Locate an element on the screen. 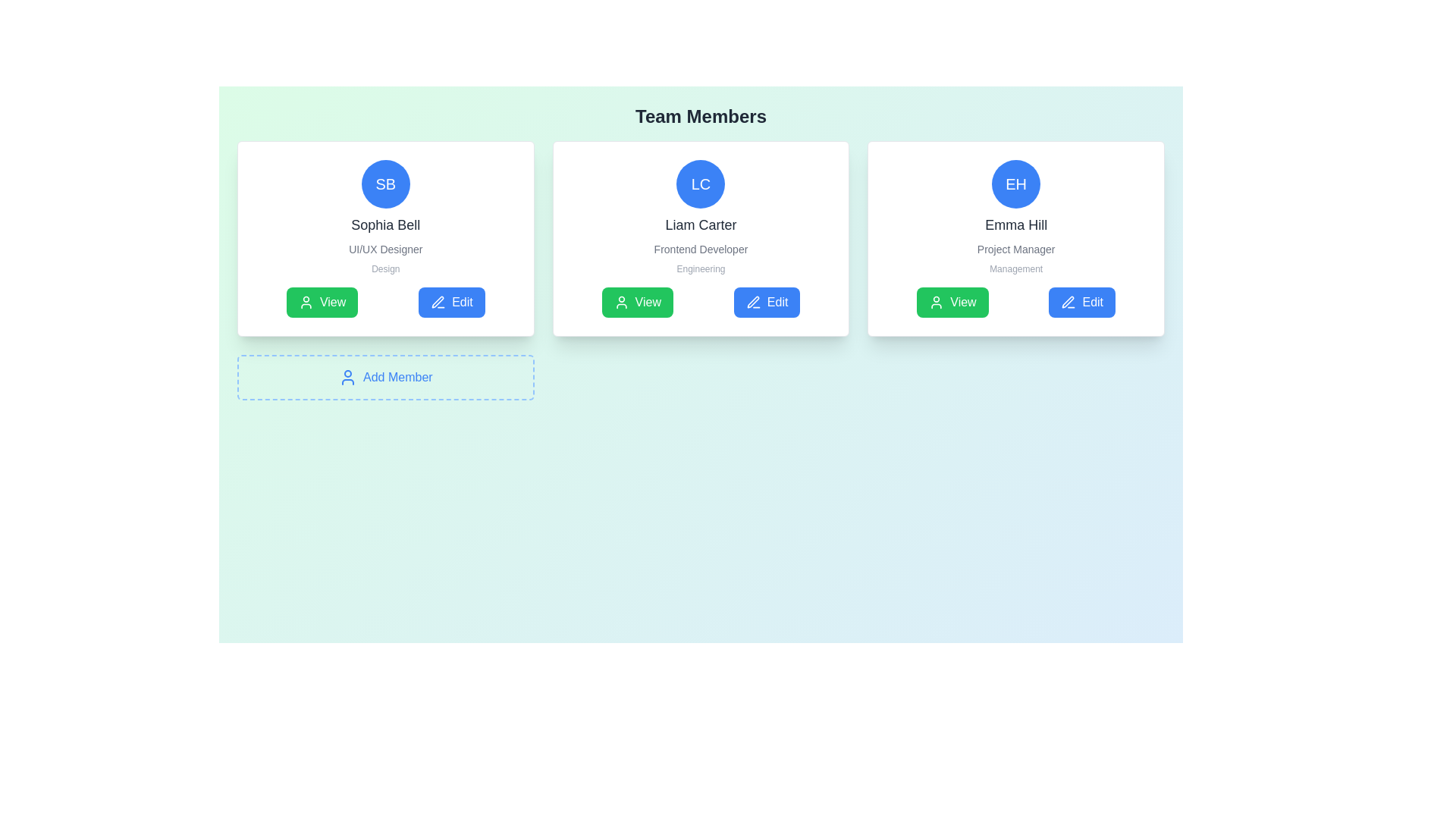  the Avatar or Profile Identifier for Emma Hill, which displays her initials 'EH', located above the text 'Emma Hill' is located at coordinates (1016, 184).